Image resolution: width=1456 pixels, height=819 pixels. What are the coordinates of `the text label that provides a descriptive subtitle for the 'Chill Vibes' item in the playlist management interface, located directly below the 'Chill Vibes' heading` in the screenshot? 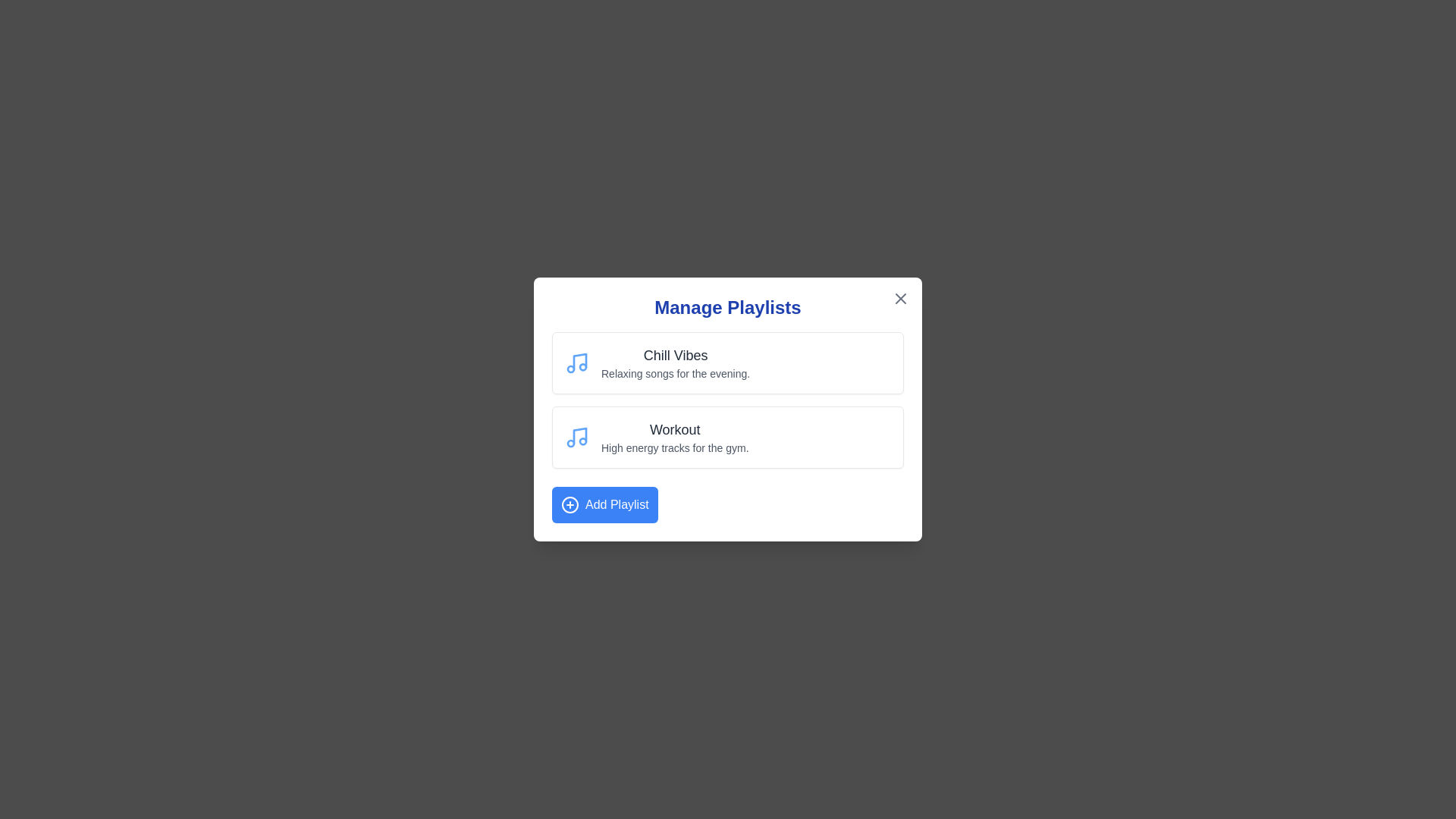 It's located at (675, 374).